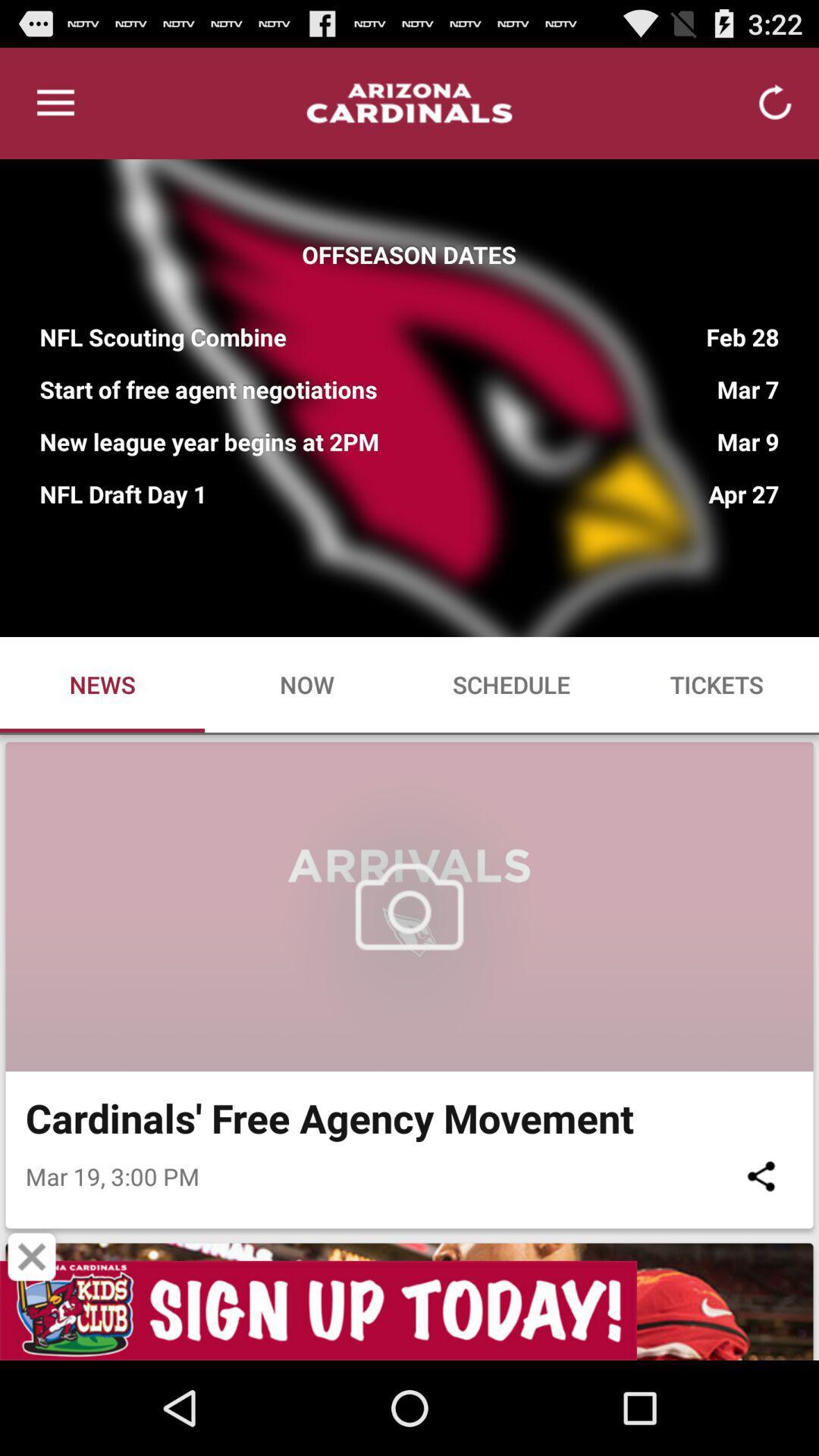  What do you see at coordinates (32, 1257) in the screenshot?
I see `icon below the mar 19 3 item` at bounding box center [32, 1257].